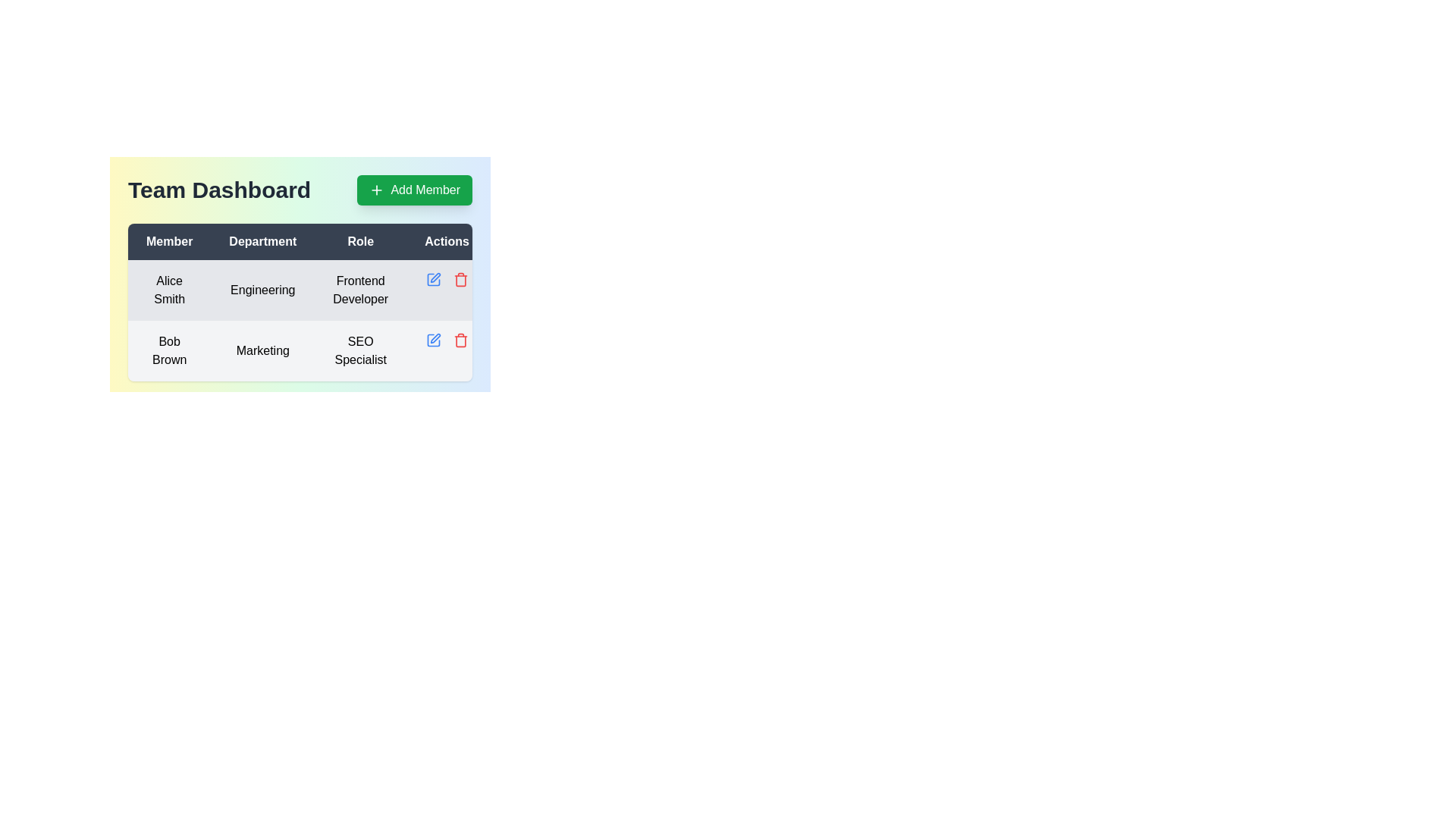 This screenshot has height=819, width=1456. I want to click on the text label displaying 'Member' which is located in the top-left corner of the table within the group of column headers, so click(169, 241).